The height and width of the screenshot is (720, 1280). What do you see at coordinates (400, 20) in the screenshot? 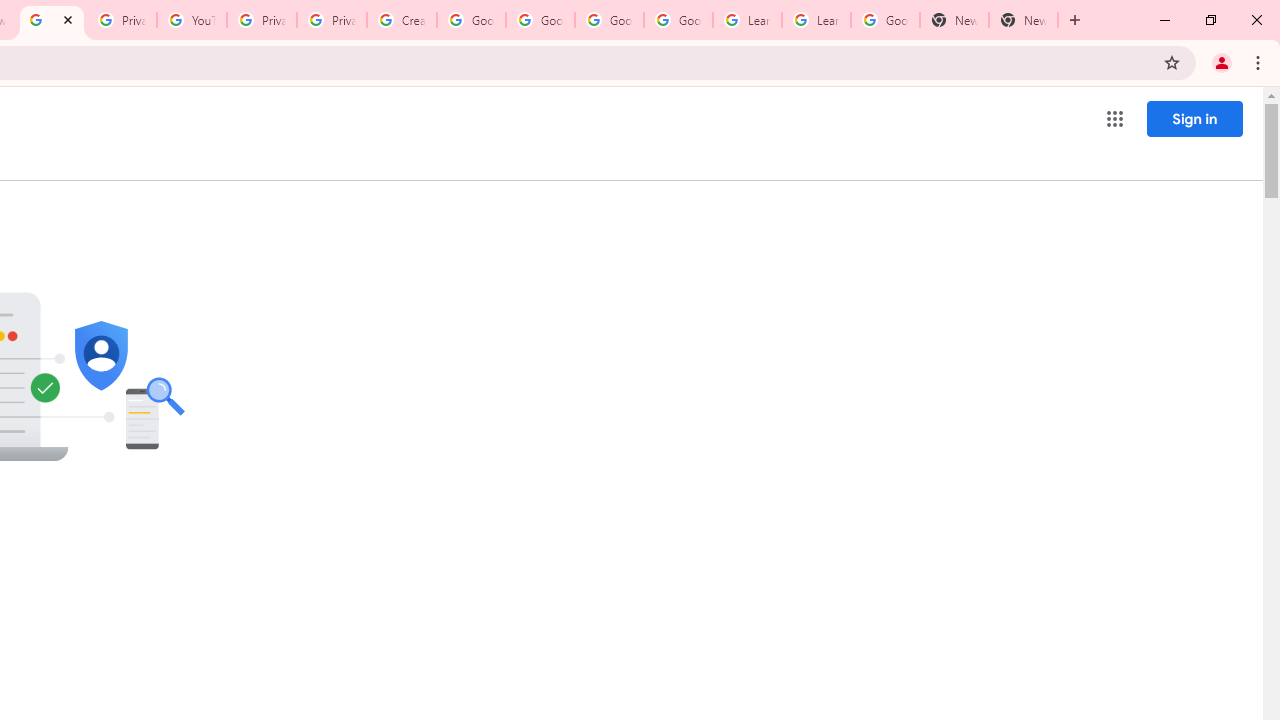
I see `'Create your Google Account'` at bounding box center [400, 20].